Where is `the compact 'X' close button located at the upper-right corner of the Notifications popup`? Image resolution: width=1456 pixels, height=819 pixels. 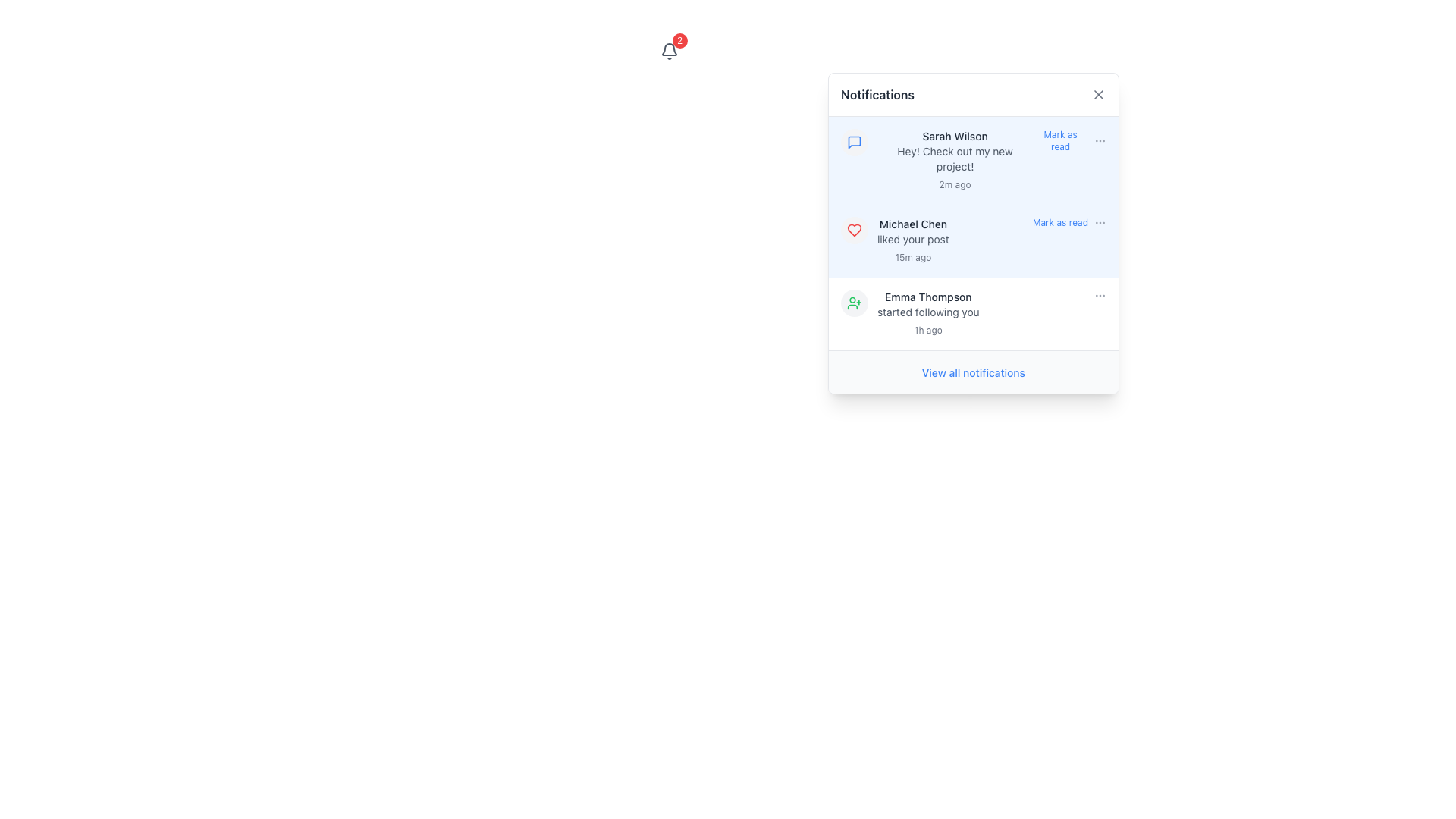 the compact 'X' close button located at the upper-right corner of the Notifications popup is located at coordinates (1099, 94).